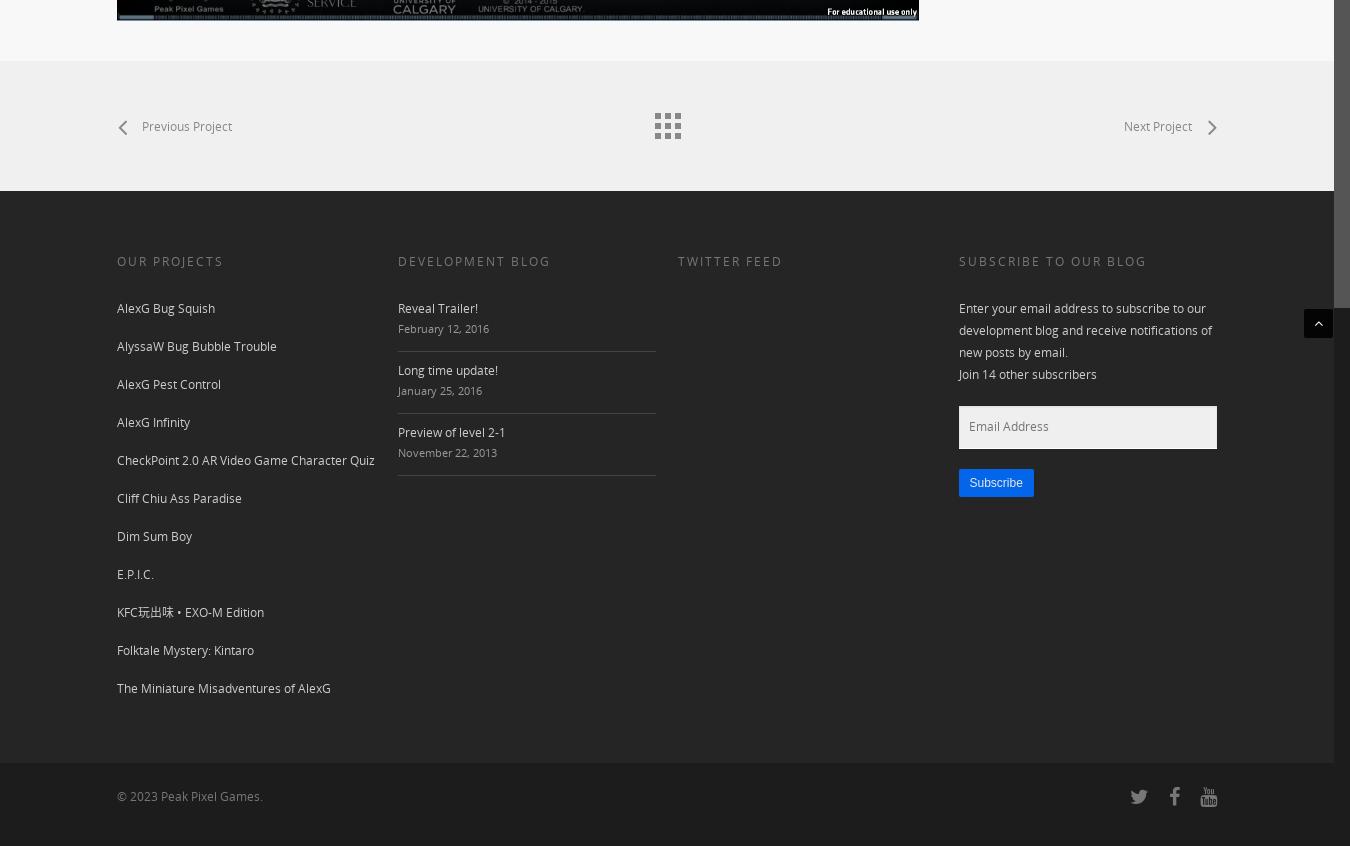 The width and height of the screenshot is (1350, 846). Describe the element at coordinates (244, 459) in the screenshot. I see `'CheckPoint 2.0 AR Video Game Character Quiz'` at that location.